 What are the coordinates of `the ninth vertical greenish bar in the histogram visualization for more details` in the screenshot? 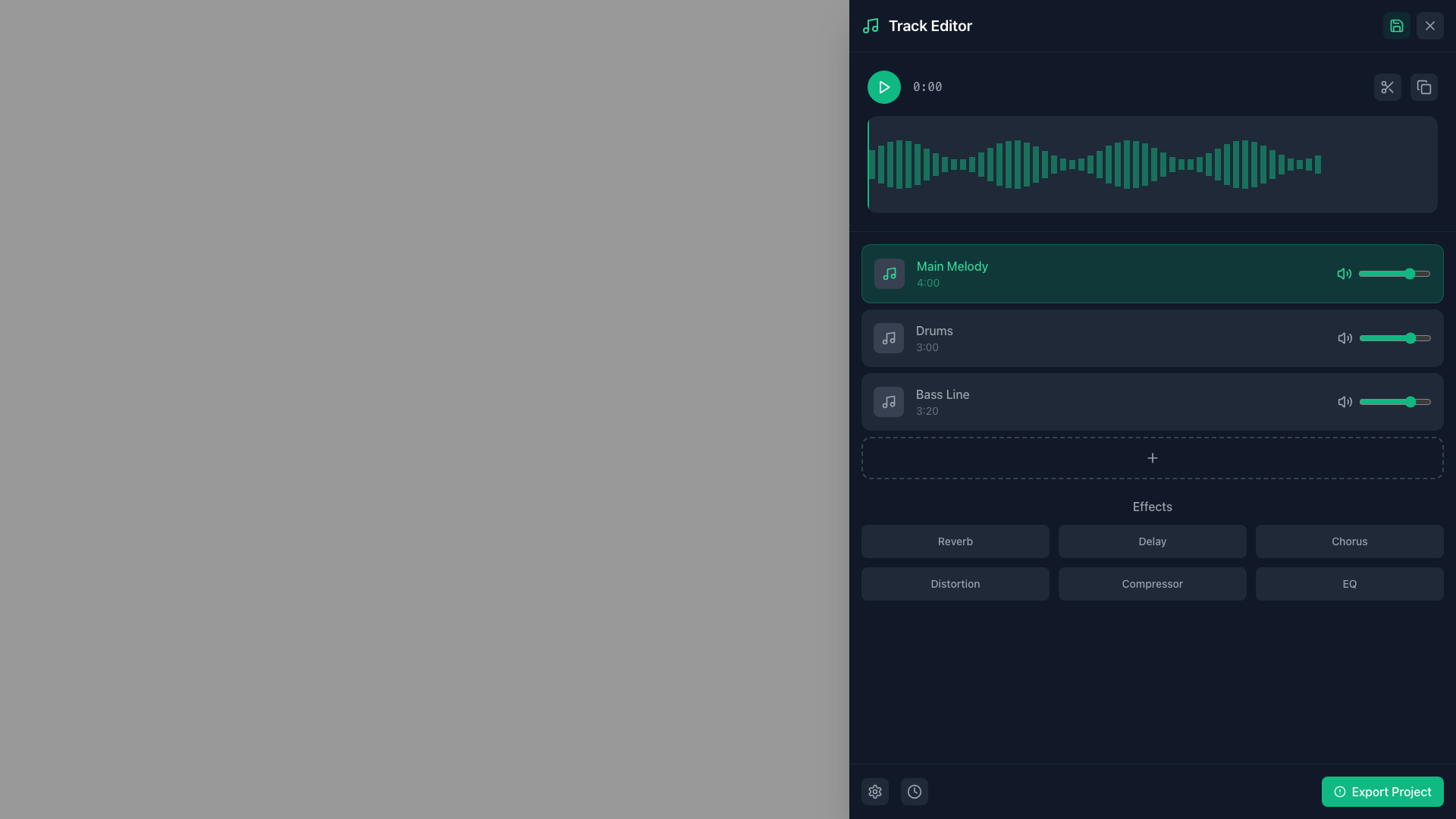 It's located at (944, 164).